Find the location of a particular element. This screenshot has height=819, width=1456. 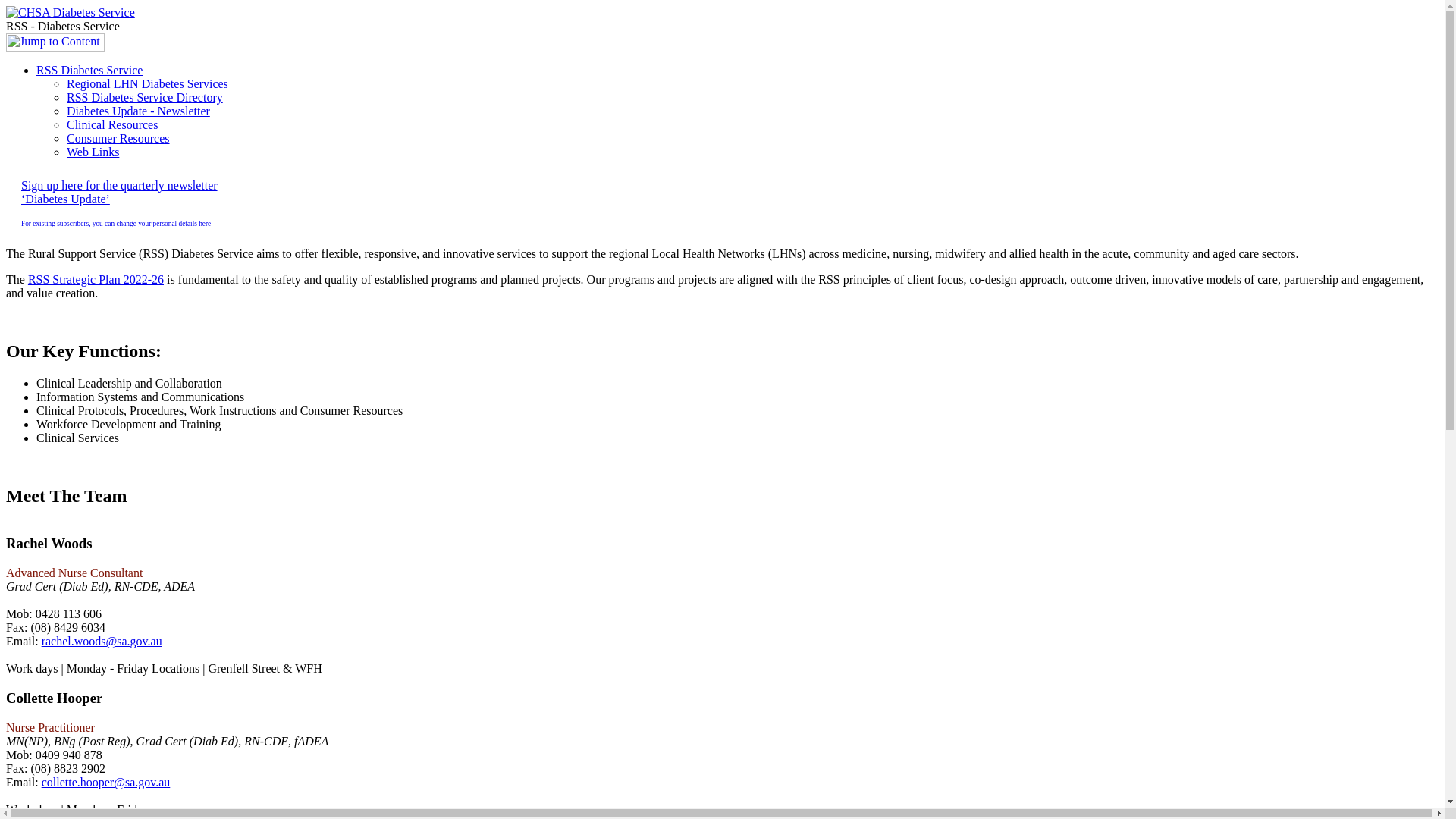

'rachel.woods@sa.gov.au' is located at coordinates (101, 641).